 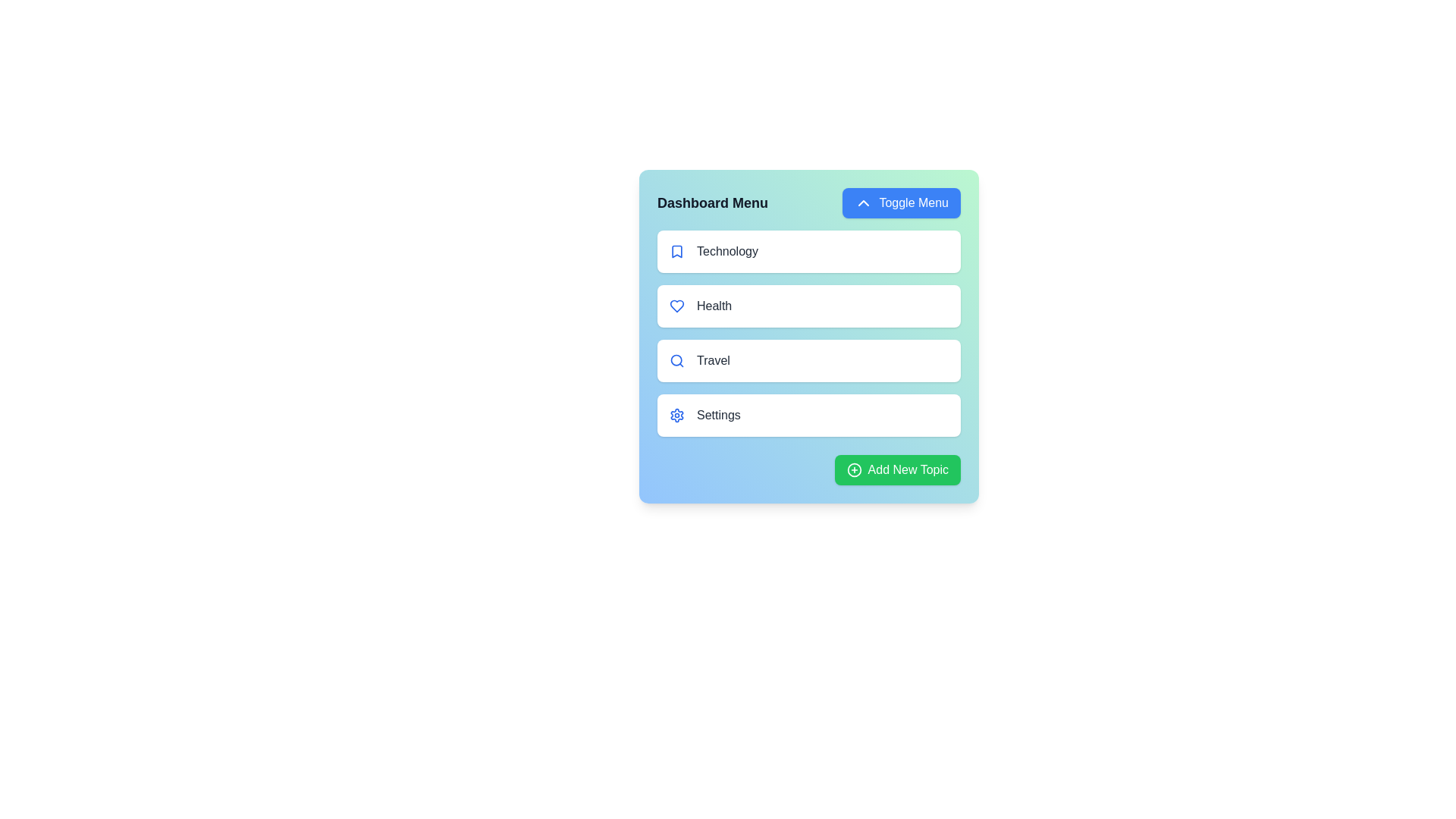 I want to click on the 'Add New Topic' button to initiate the process of adding a new topic, so click(x=897, y=469).